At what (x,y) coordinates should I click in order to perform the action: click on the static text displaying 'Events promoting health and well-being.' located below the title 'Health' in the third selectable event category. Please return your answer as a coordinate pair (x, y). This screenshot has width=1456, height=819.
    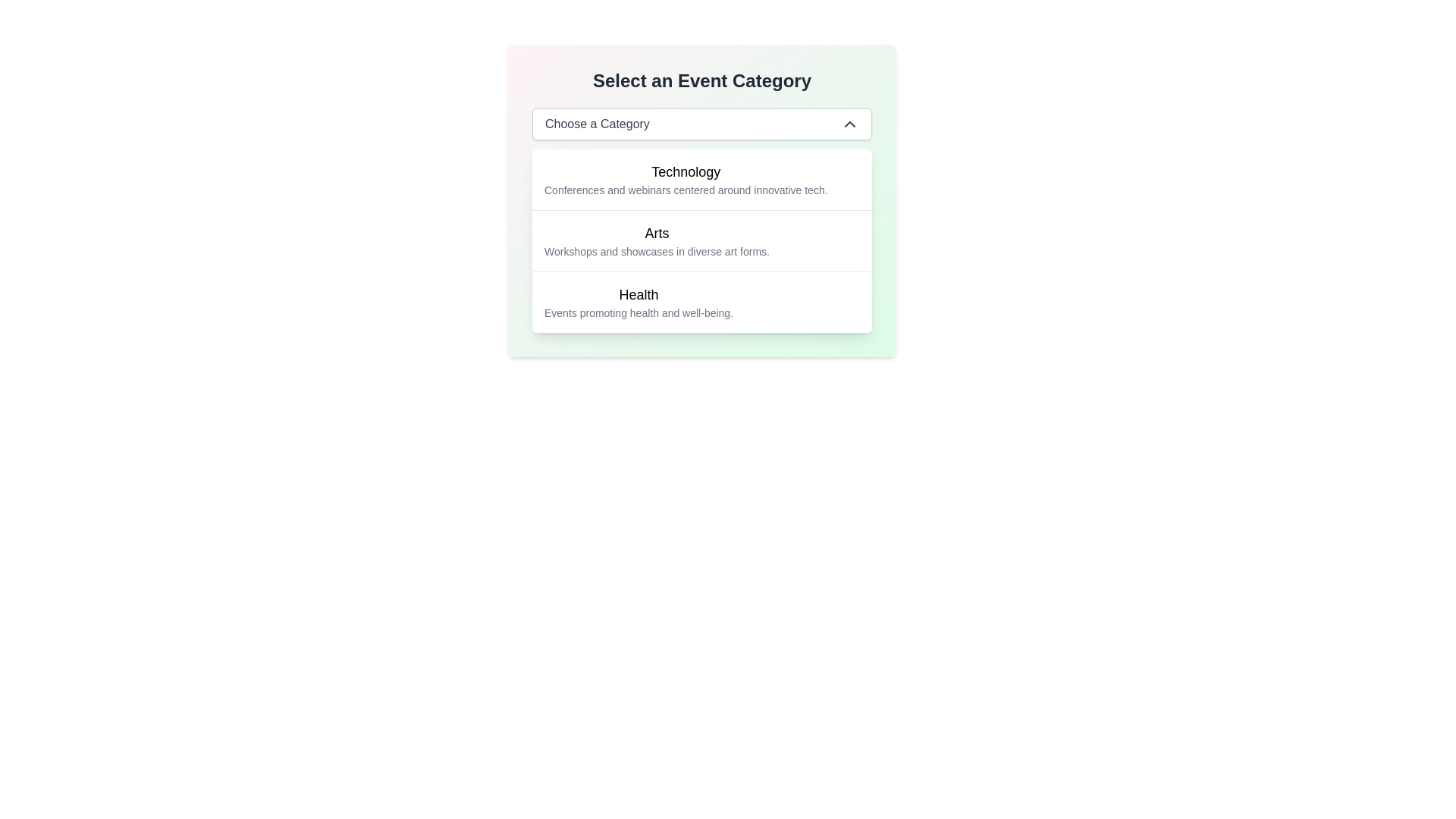
    Looking at the image, I should click on (639, 312).